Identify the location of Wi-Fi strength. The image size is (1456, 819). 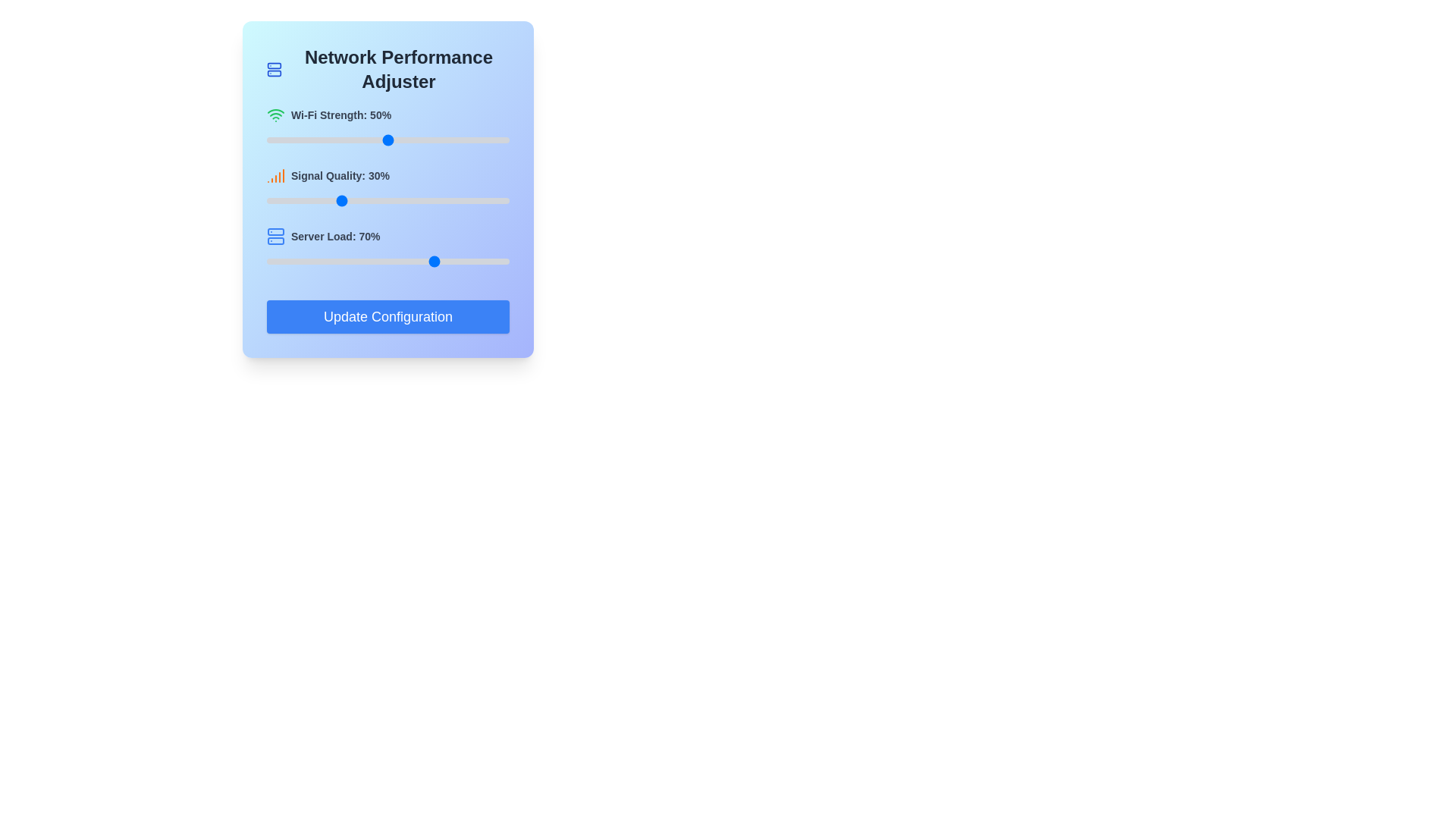
(366, 140).